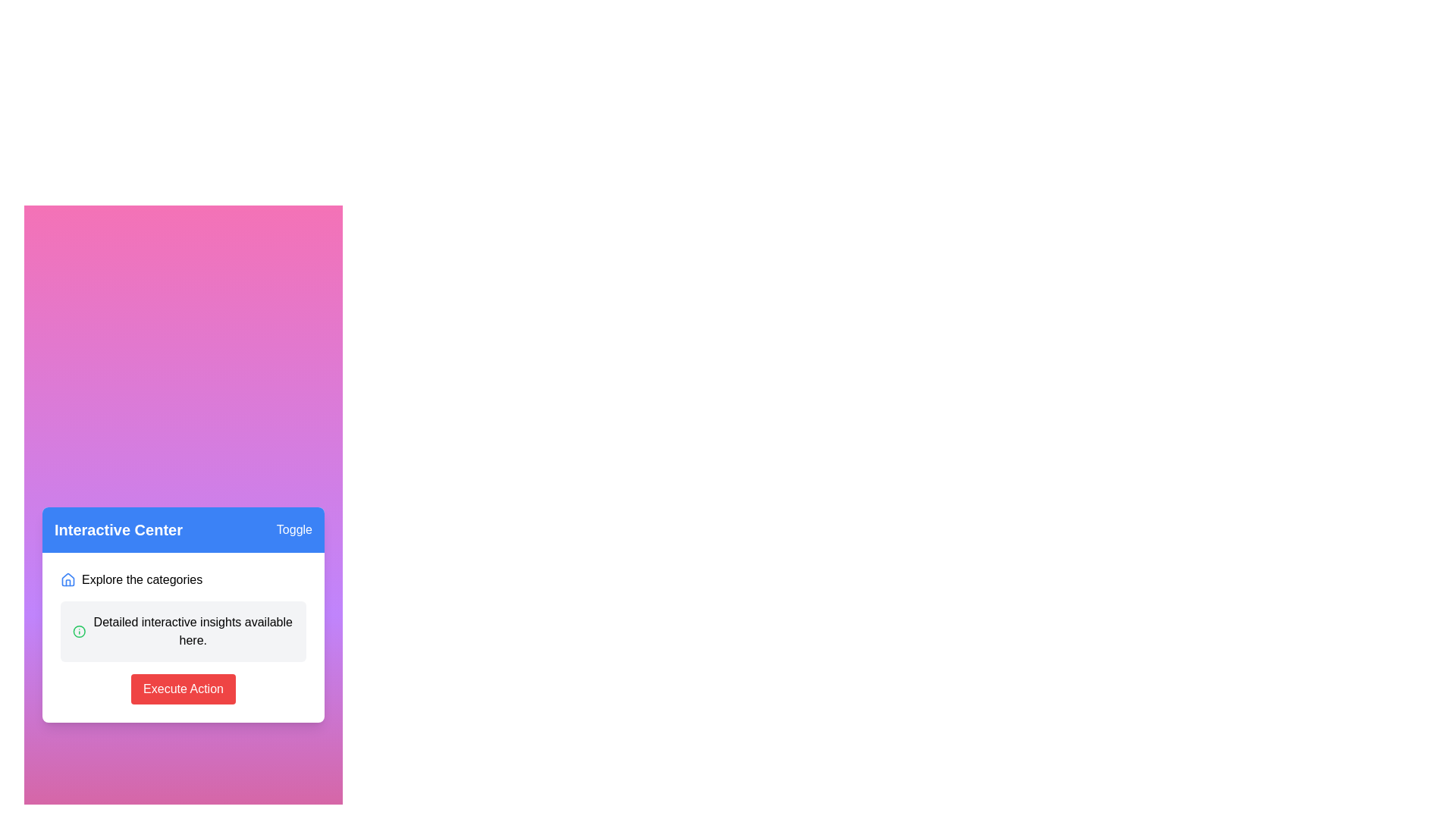 The height and width of the screenshot is (819, 1456). I want to click on the toggle button located at the top-right corner of the 'Interactive Center' blue header bar to switch between states, so click(294, 529).